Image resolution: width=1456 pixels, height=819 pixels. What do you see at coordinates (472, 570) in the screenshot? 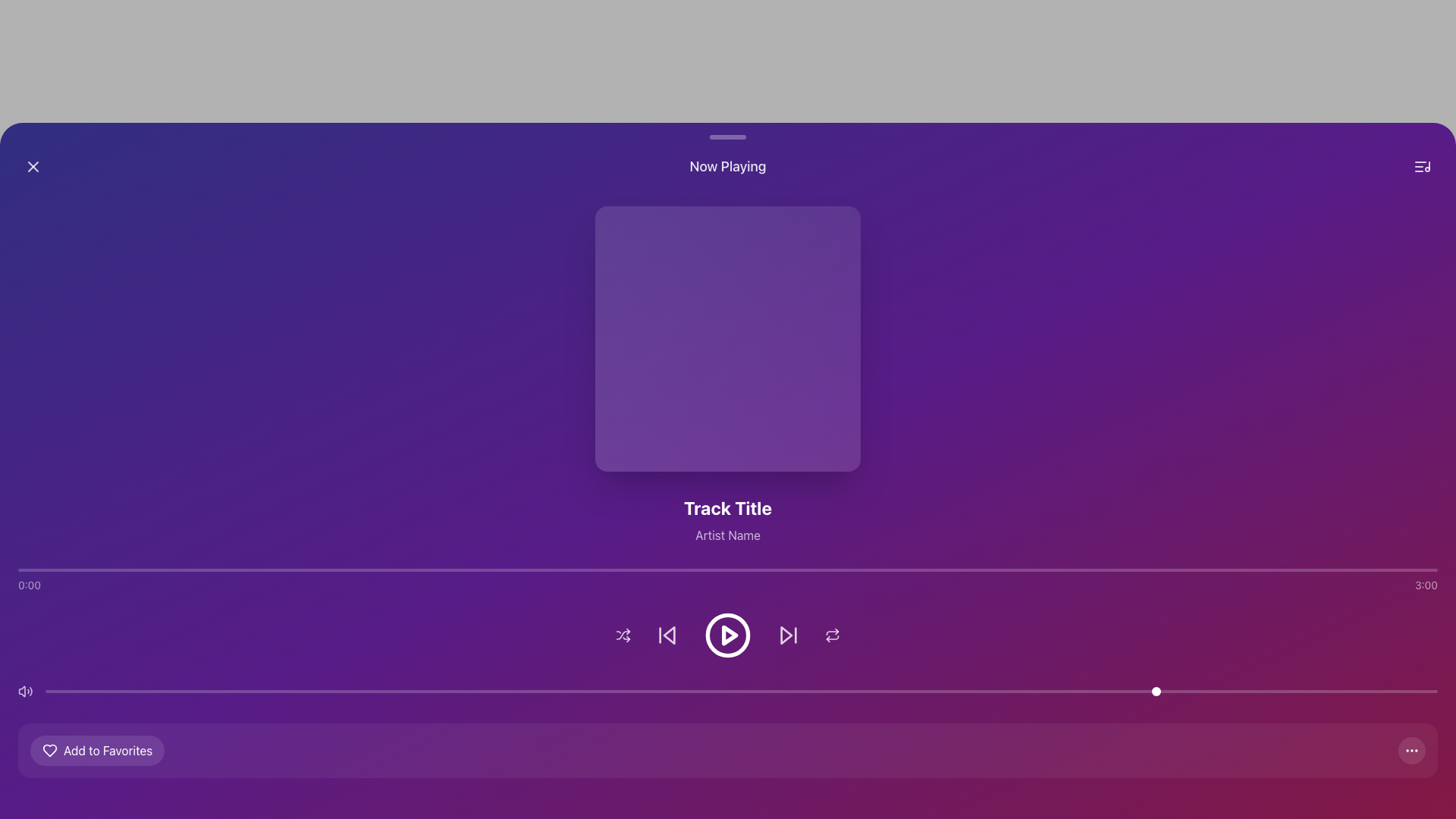
I see `the playback progress` at bounding box center [472, 570].